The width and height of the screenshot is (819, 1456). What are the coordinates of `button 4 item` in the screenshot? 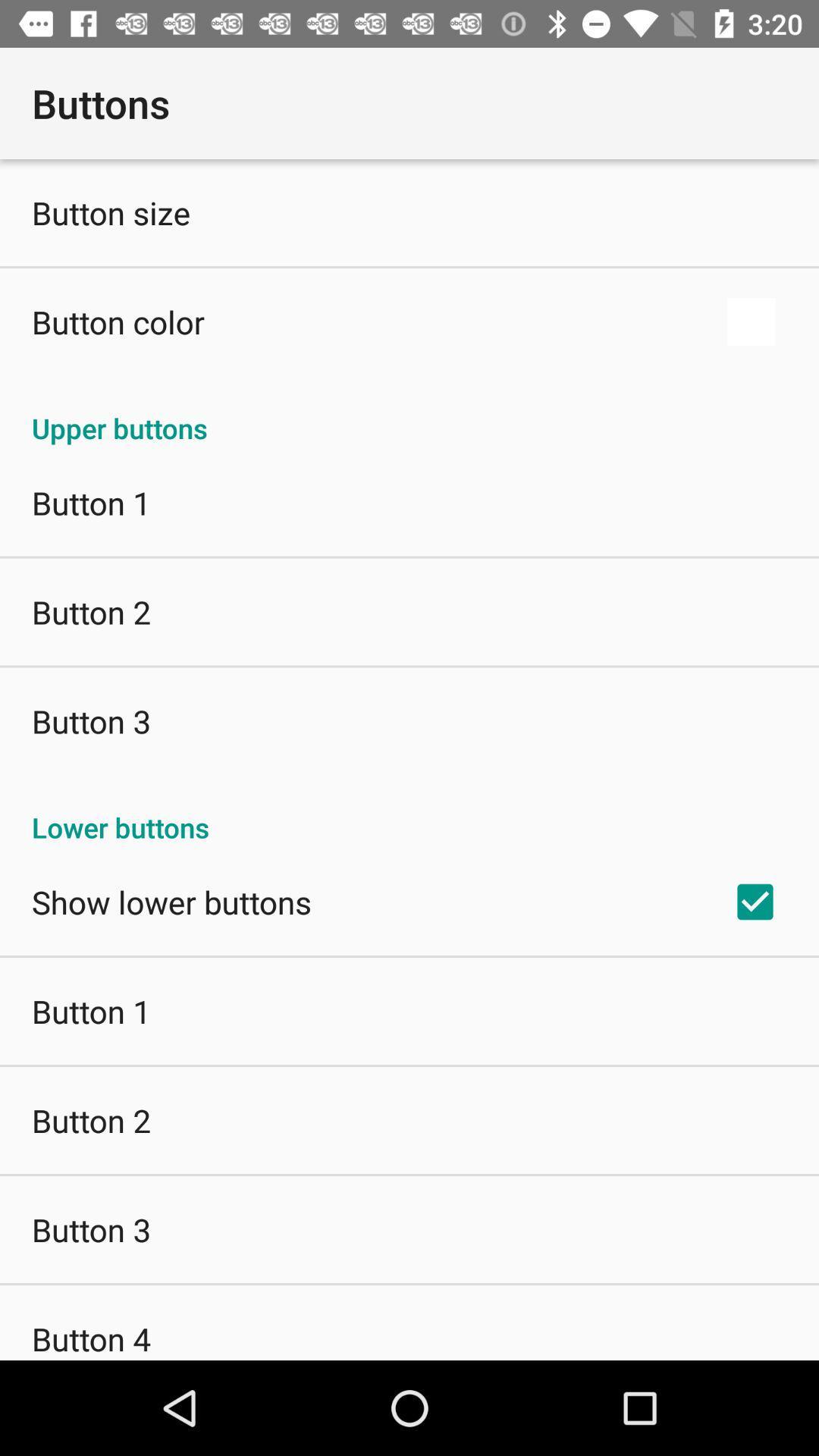 It's located at (91, 1338).